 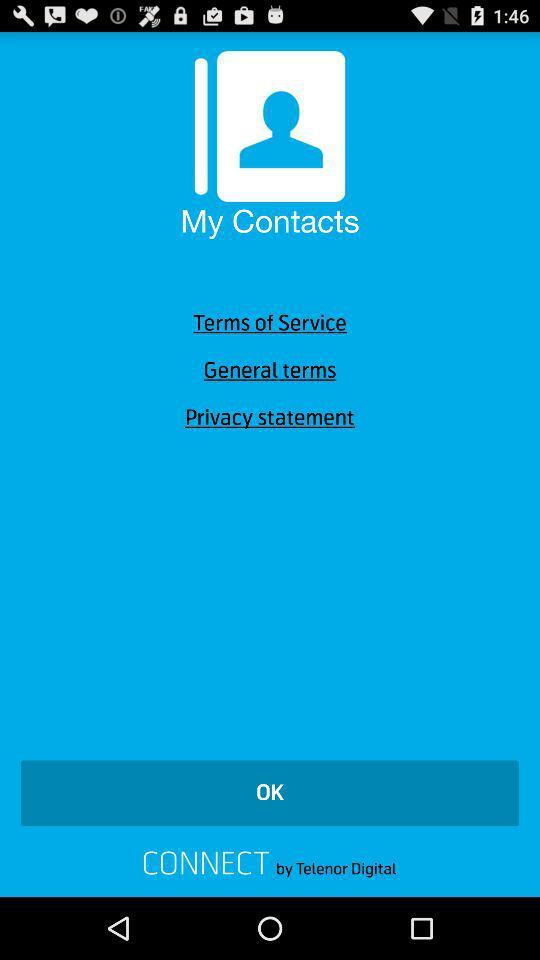 I want to click on general terms item, so click(x=270, y=369).